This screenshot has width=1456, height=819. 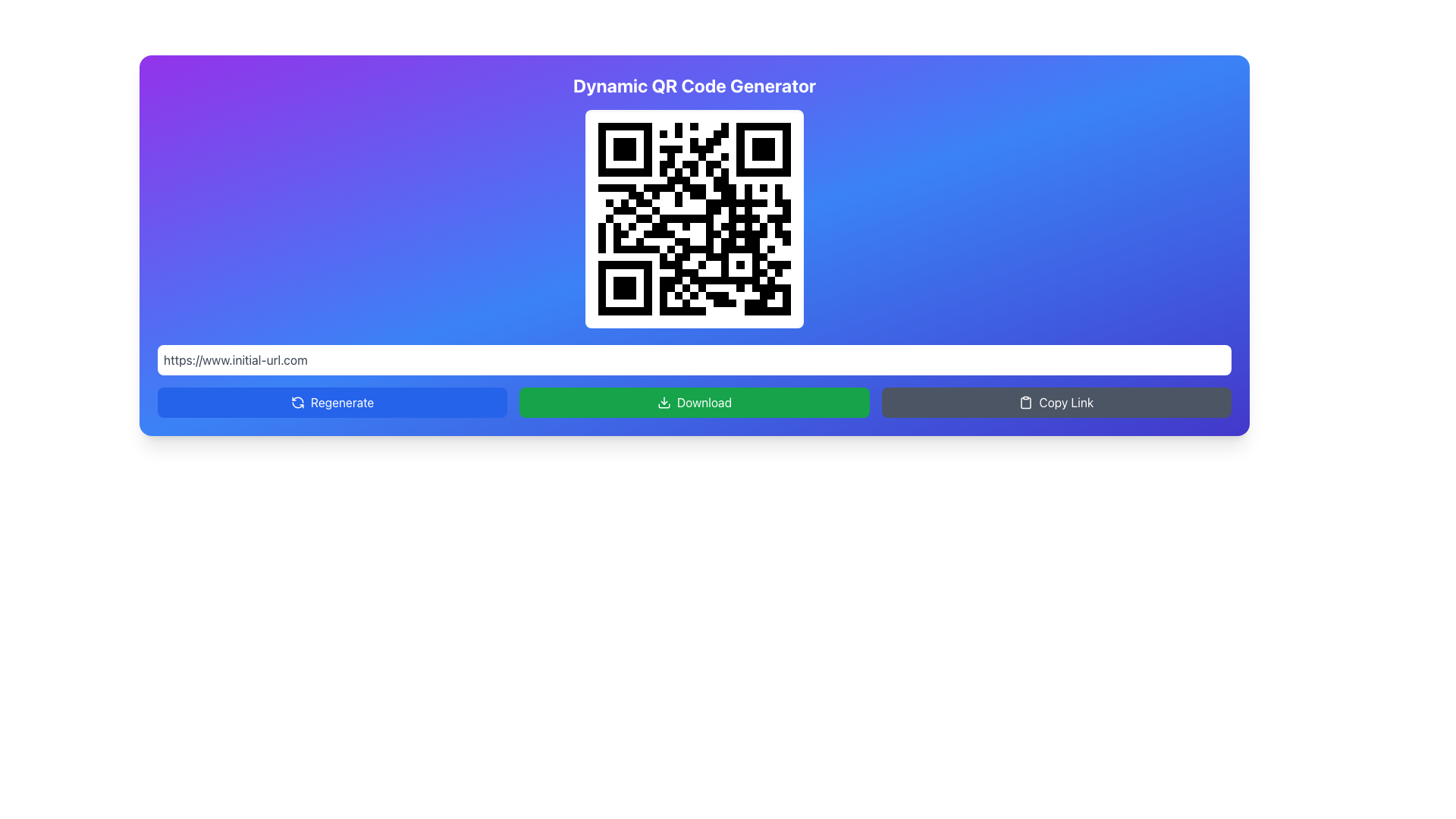 What do you see at coordinates (1056, 402) in the screenshot?
I see `the 'Copy Link' button which has a dark gray background and white text, located at the rightmost position in the row of three buttons` at bounding box center [1056, 402].